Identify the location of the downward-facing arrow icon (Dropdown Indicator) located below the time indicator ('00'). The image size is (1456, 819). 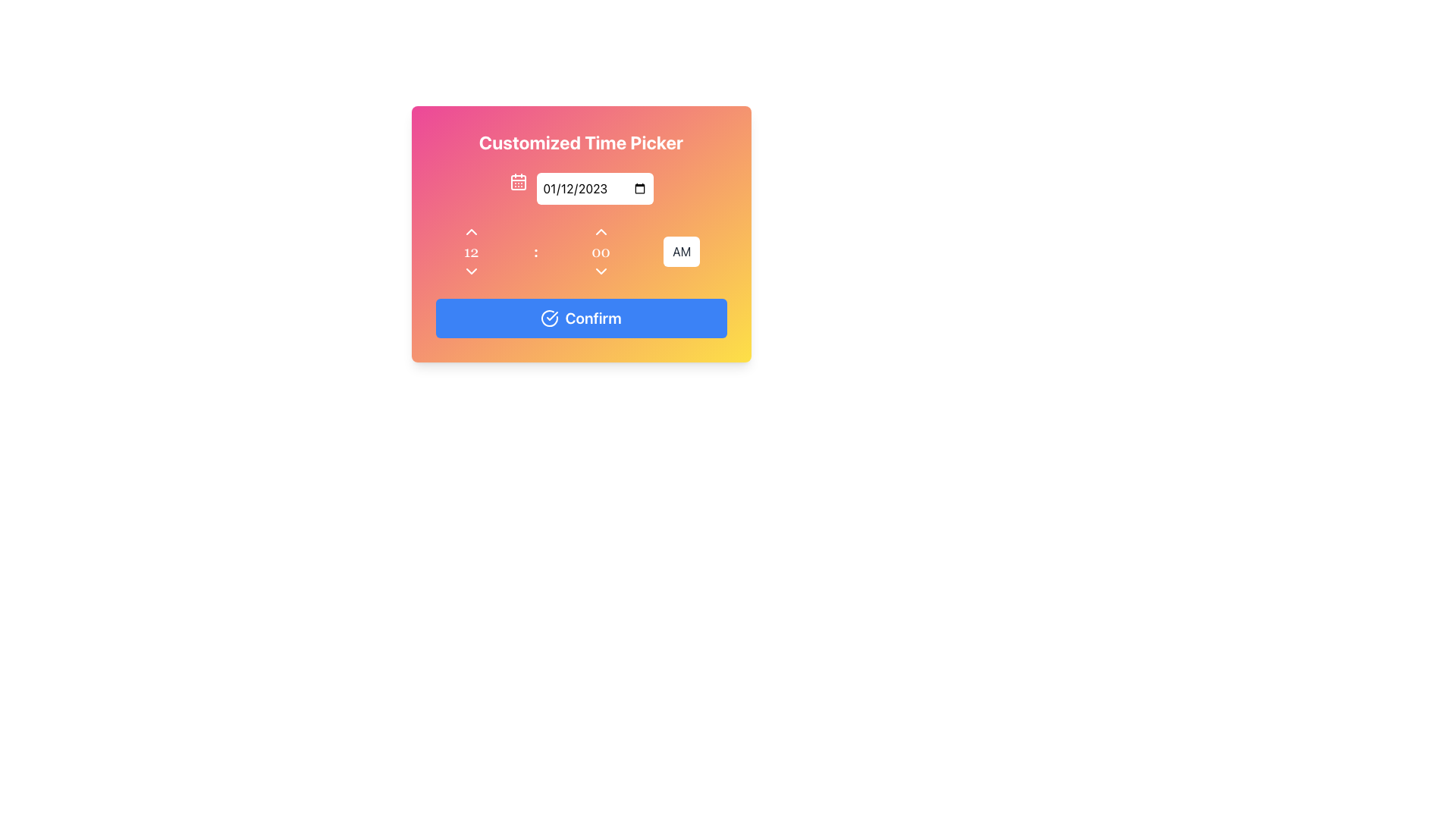
(600, 271).